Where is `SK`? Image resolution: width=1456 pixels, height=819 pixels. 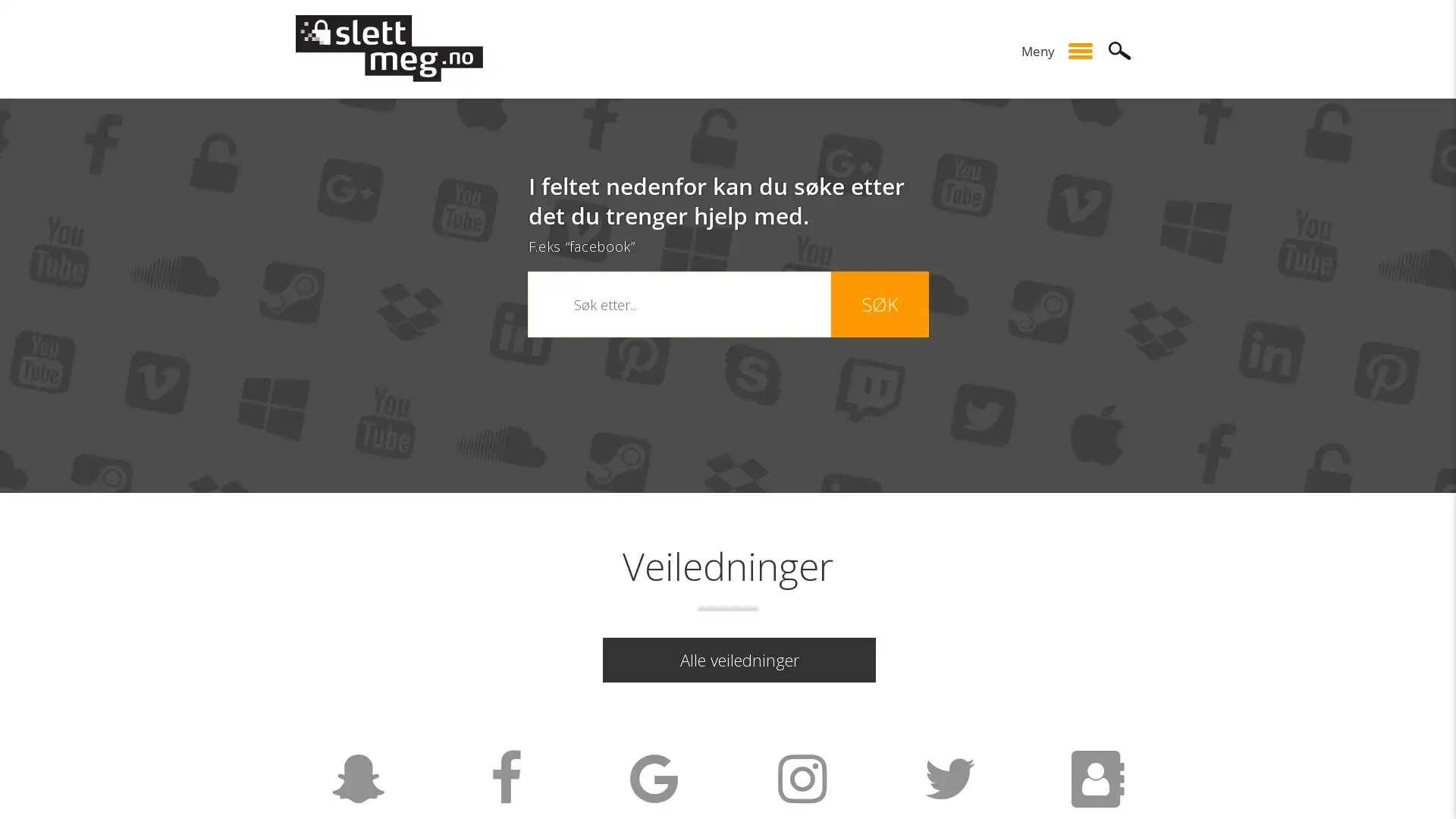 SK is located at coordinates (879, 304).